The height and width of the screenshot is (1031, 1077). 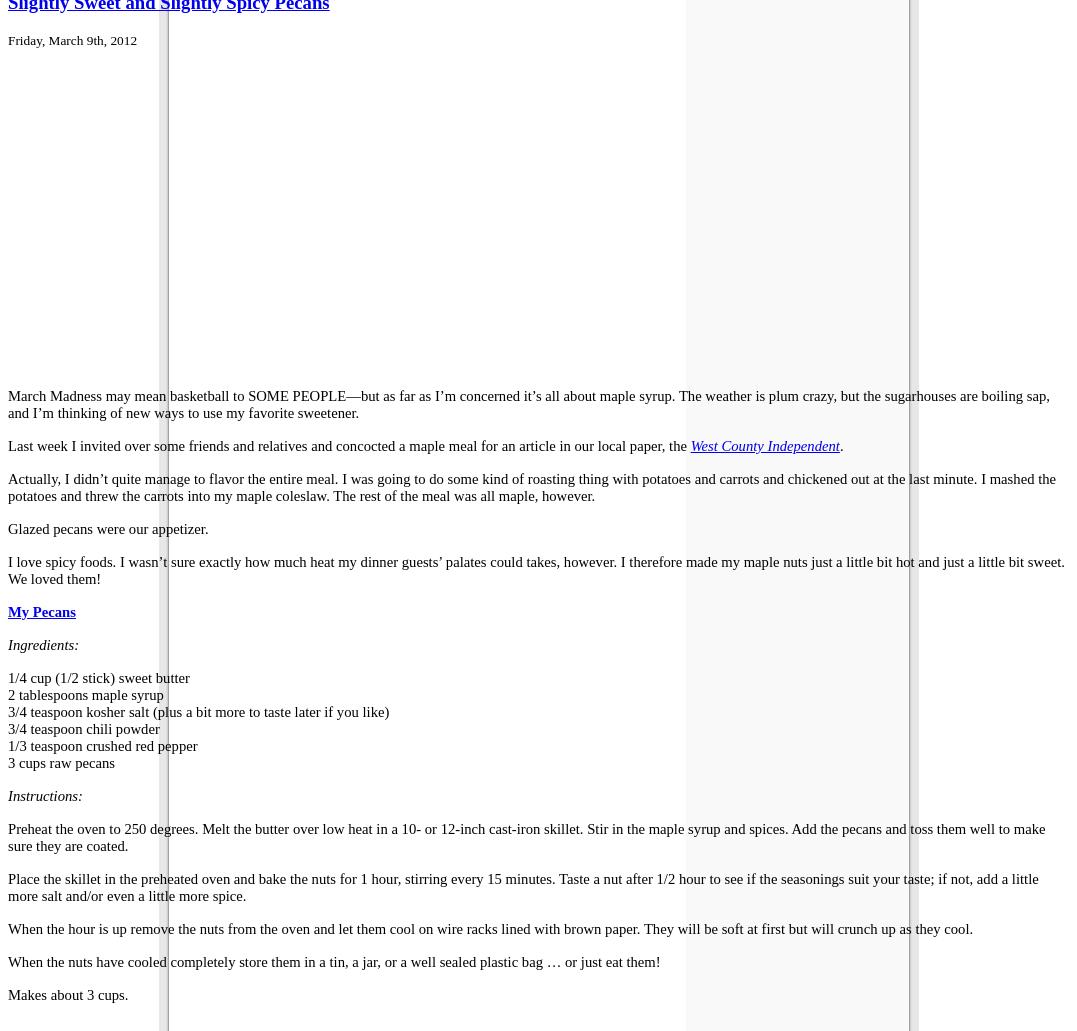 What do you see at coordinates (45, 794) in the screenshot?
I see `'Instructions:'` at bounding box center [45, 794].